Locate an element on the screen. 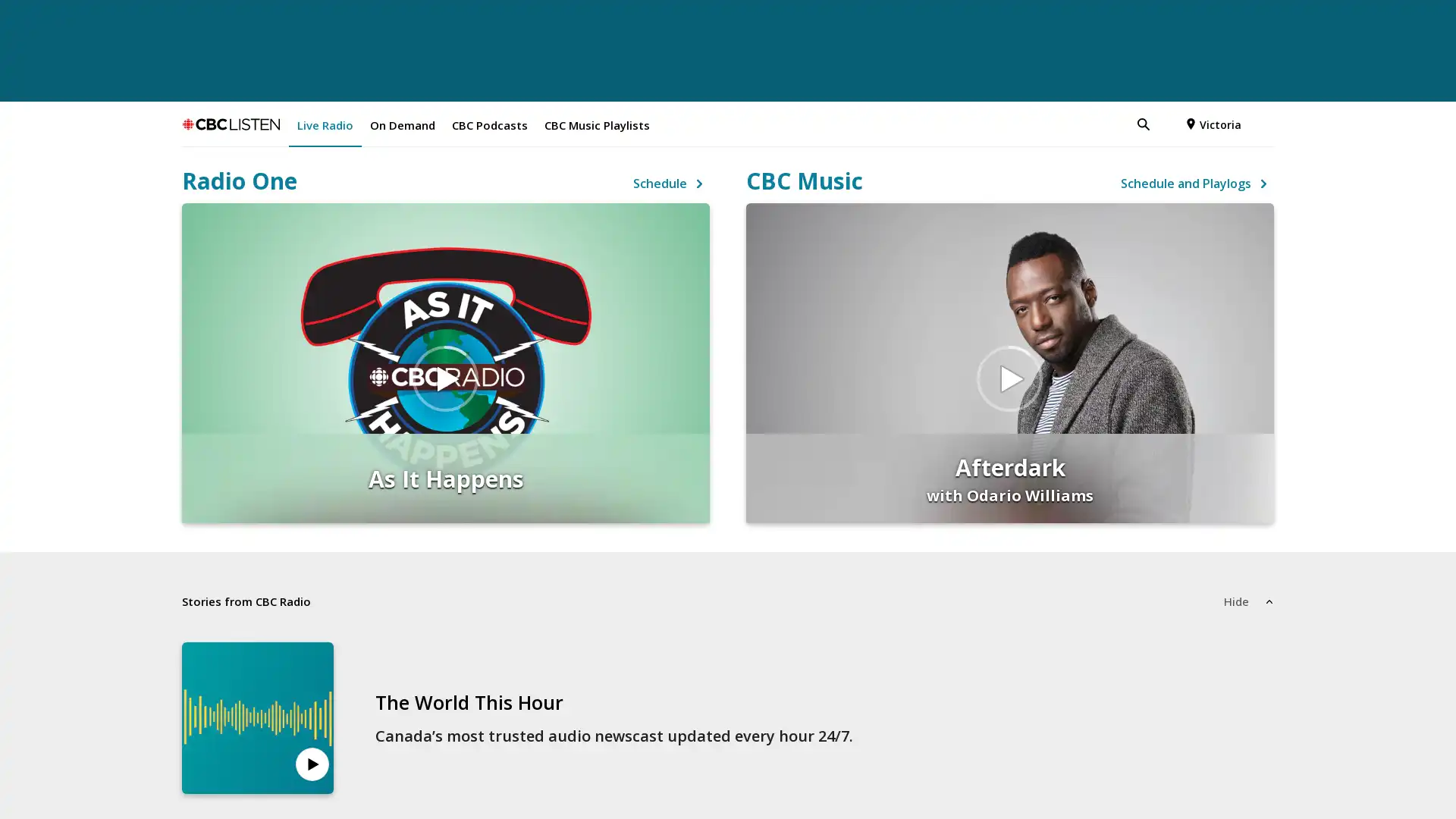 The height and width of the screenshot is (819, 1456). Play CBC News: The World This Hour is located at coordinates (312, 696).